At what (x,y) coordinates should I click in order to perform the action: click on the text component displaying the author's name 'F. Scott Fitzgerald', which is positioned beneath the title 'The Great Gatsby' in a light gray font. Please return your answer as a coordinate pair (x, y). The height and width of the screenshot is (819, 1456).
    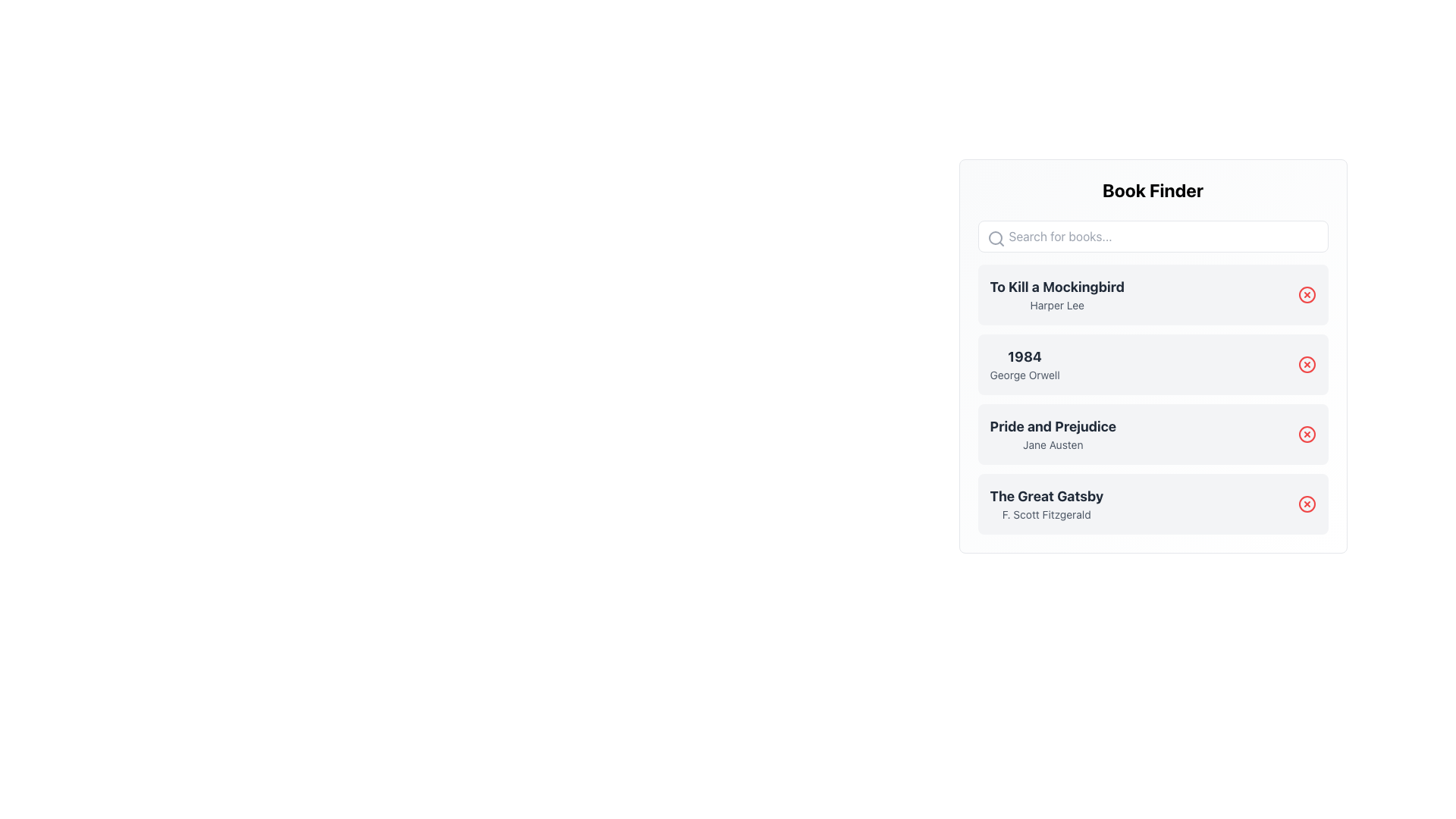
    Looking at the image, I should click on (1046, 513).